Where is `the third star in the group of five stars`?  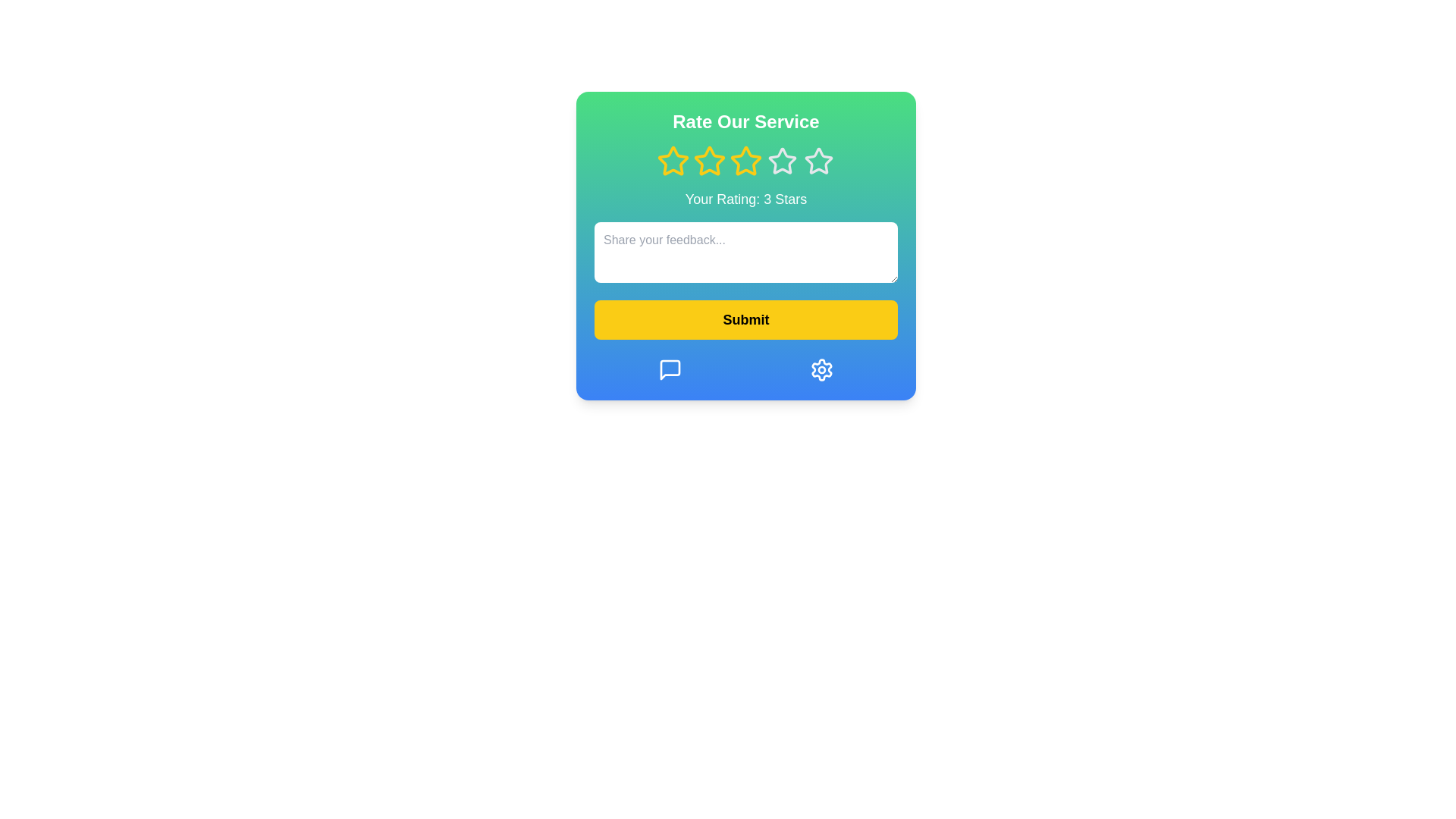
the third star in the group of five stars is located at coordinates (745, 161).